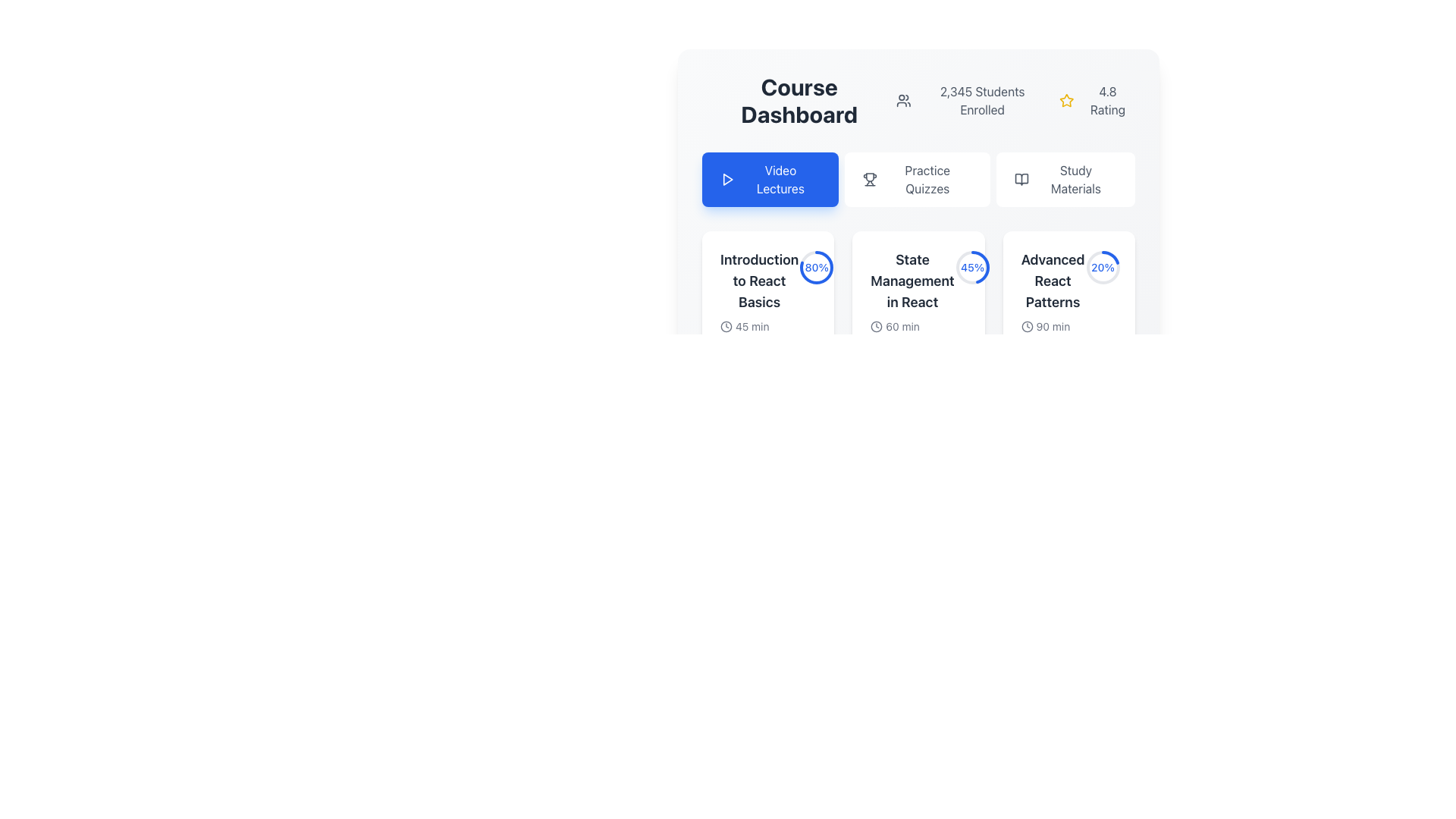  What do you see at coordinates (768, 326) in the screenshot?
I see `the first course card in the course dashboard` at bounding box center [768, 326].